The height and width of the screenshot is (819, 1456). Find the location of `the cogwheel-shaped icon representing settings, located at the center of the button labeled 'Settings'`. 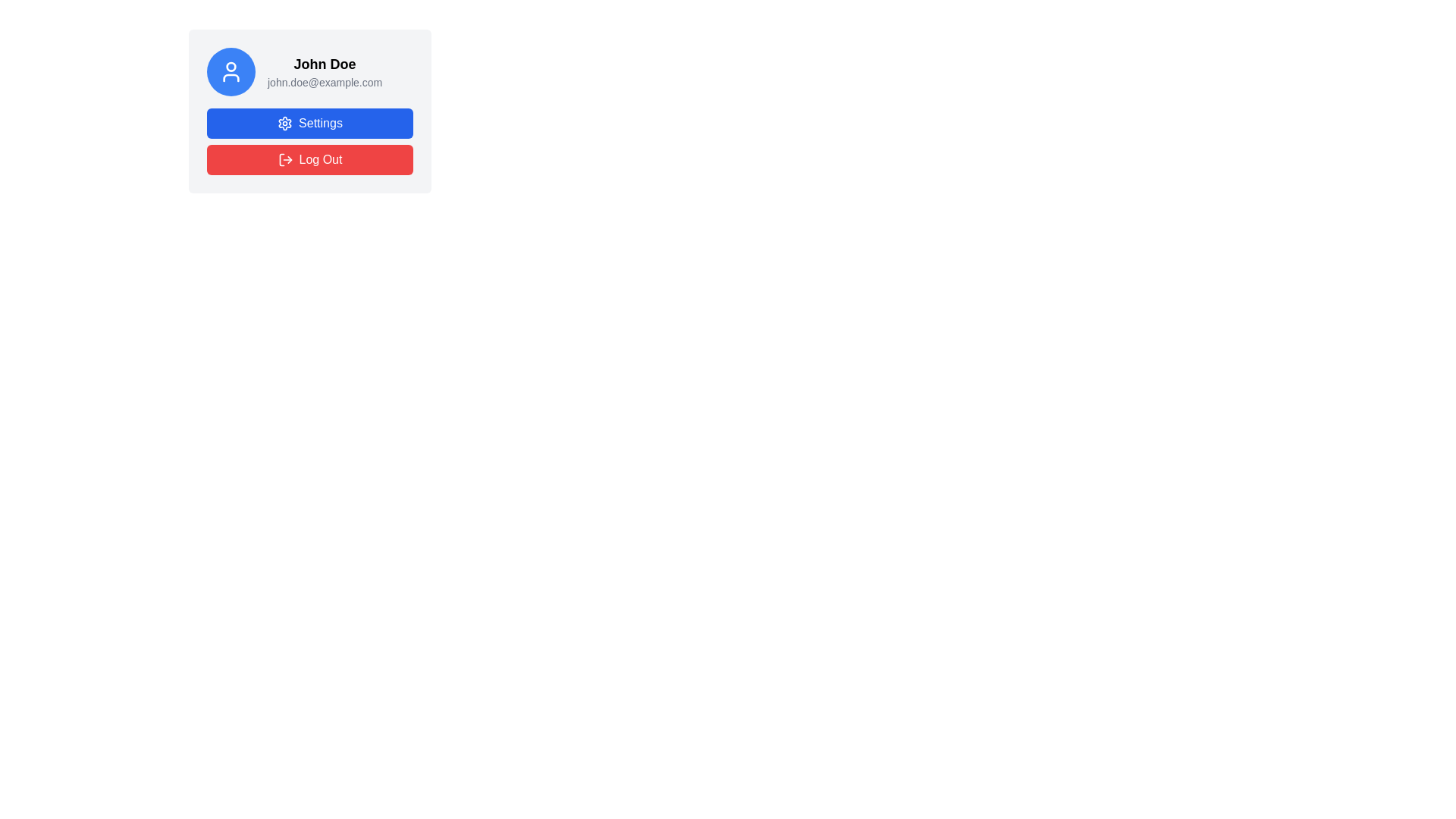

the cogwheel-shaped icon representing settings, located at the center of the button labeled 'Settings' is located at coordinates (285, 122).